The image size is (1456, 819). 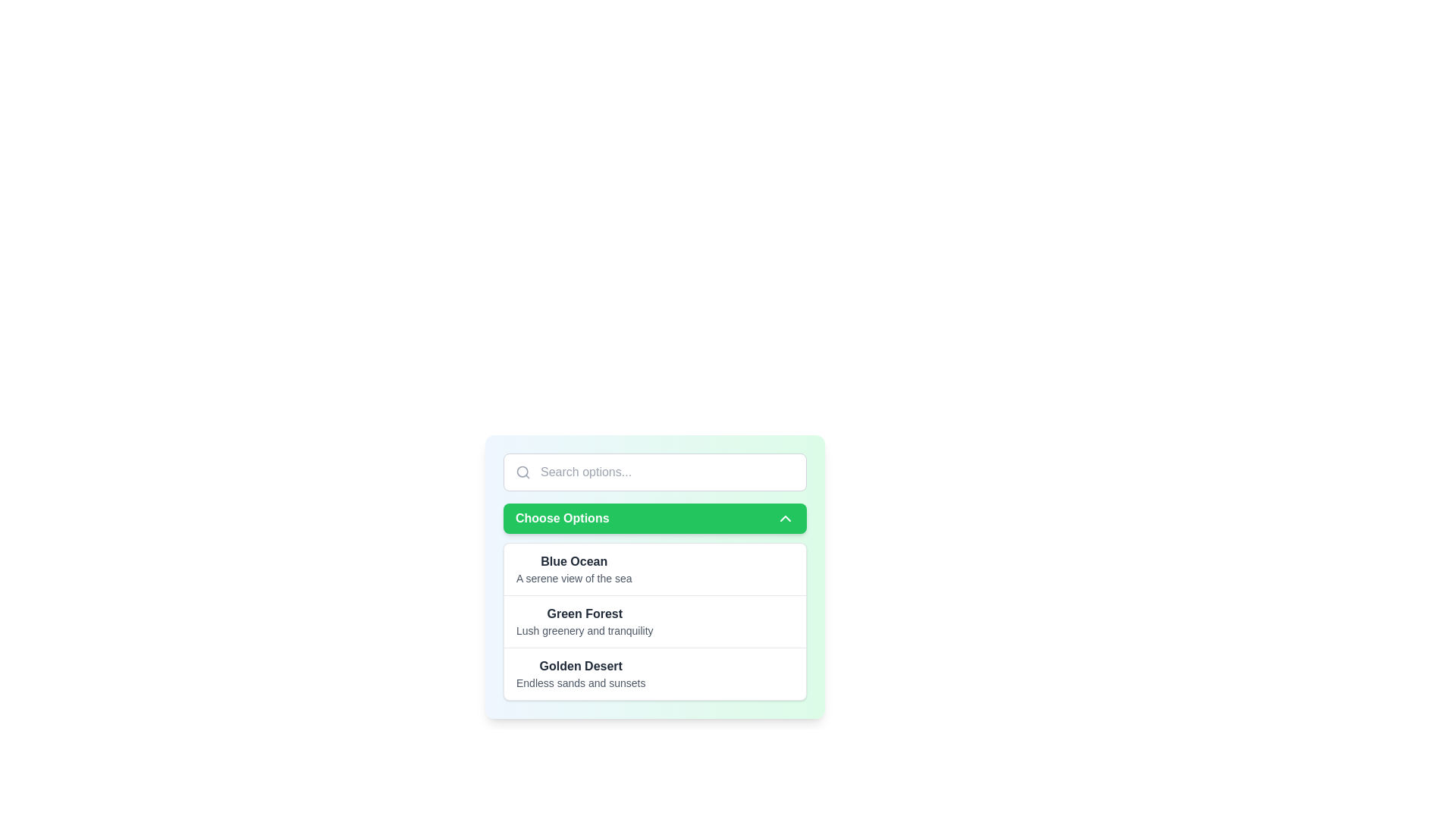 I want to click on the first item in the dropdown menu labeled 'Blue Ocean', so click(x=655, y=576).